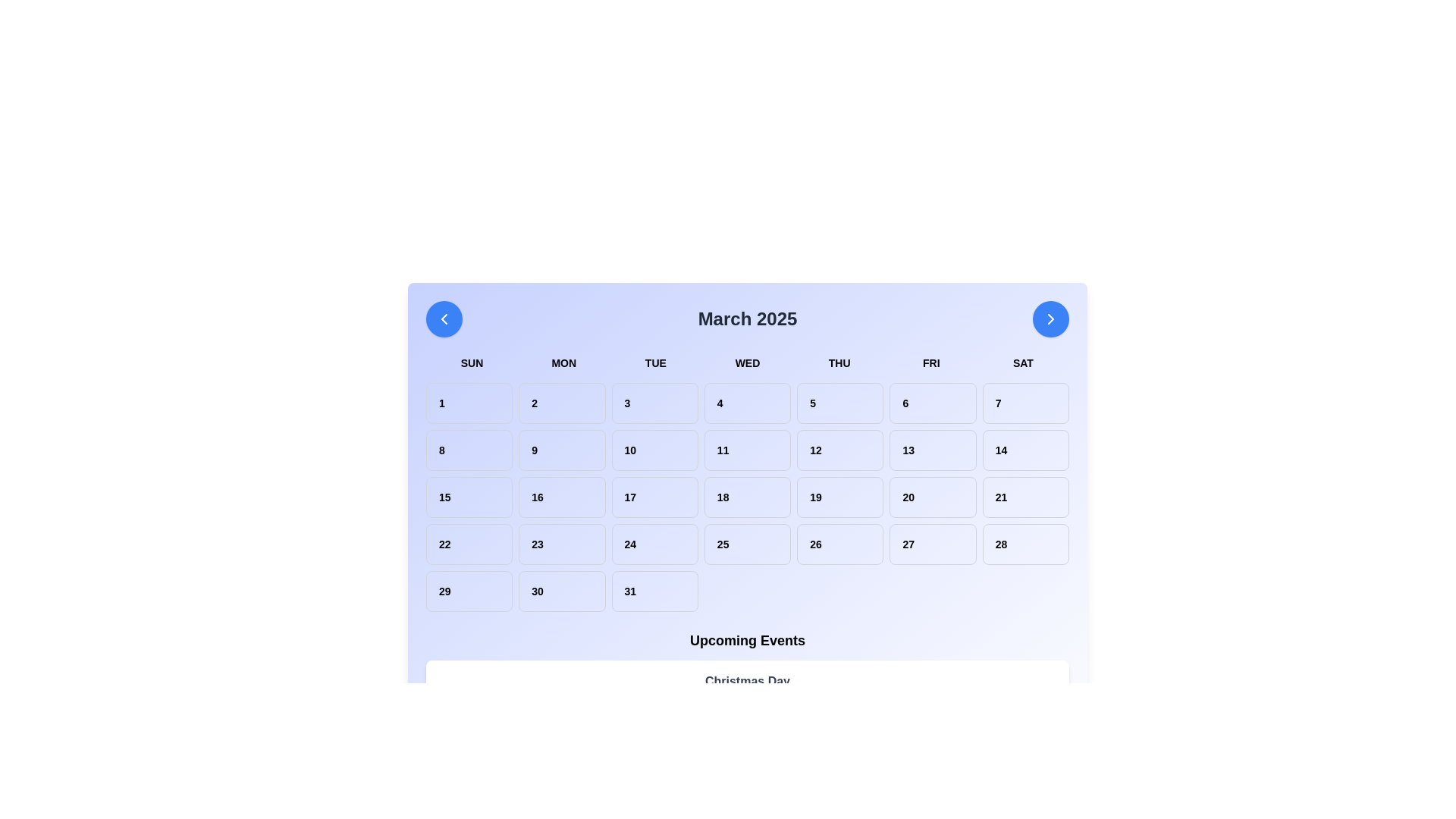 The image size is (1456, 819). Describe the element at coordinates (747, 318) in the screenshot. I see `the static text label displaying 'March 2025', which is centrally located in the interface and serves as the primary label for the current month and year` at that location.